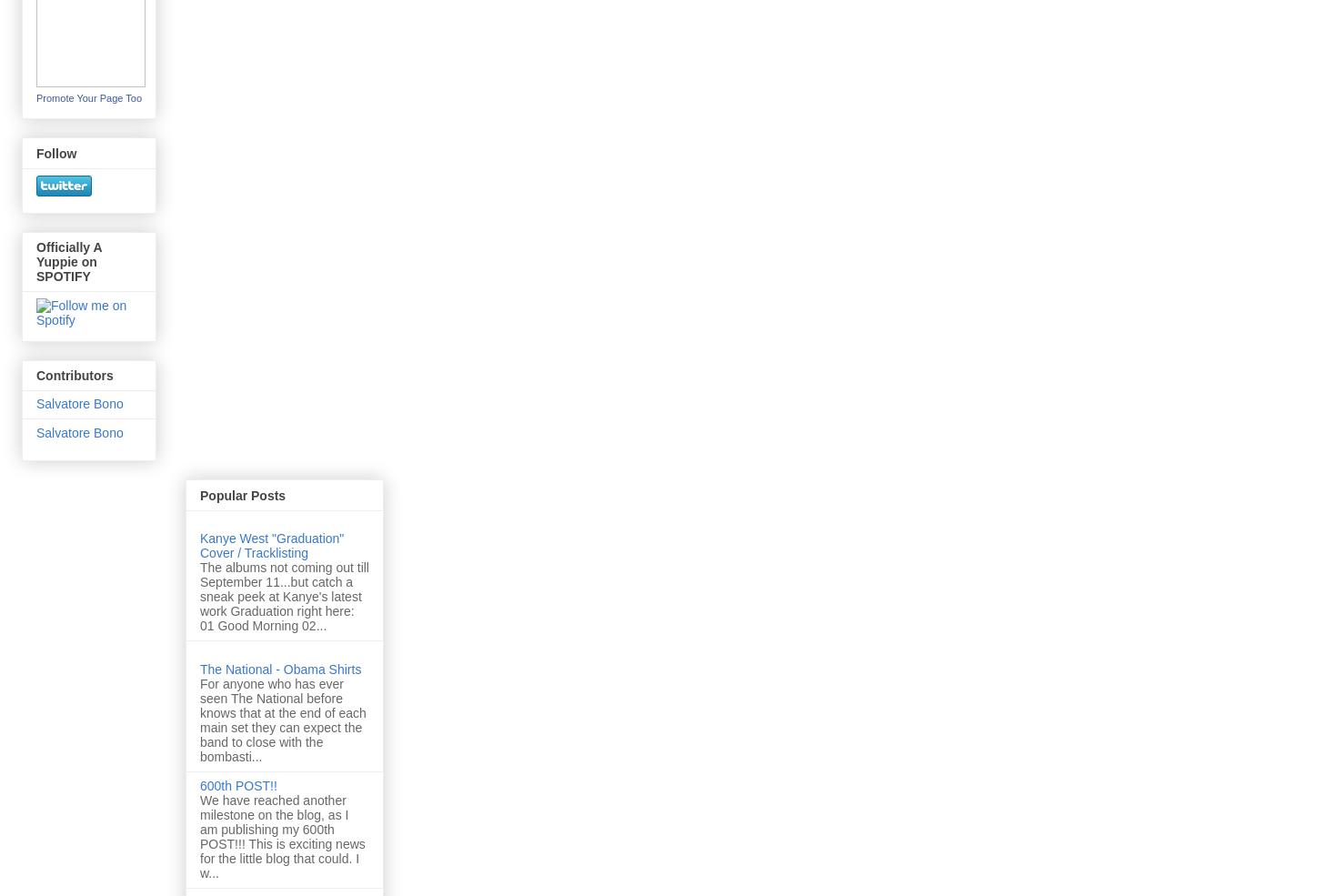  I want to click on 'Officially A Yuppie on SPOTIFY', so click(69, 261).